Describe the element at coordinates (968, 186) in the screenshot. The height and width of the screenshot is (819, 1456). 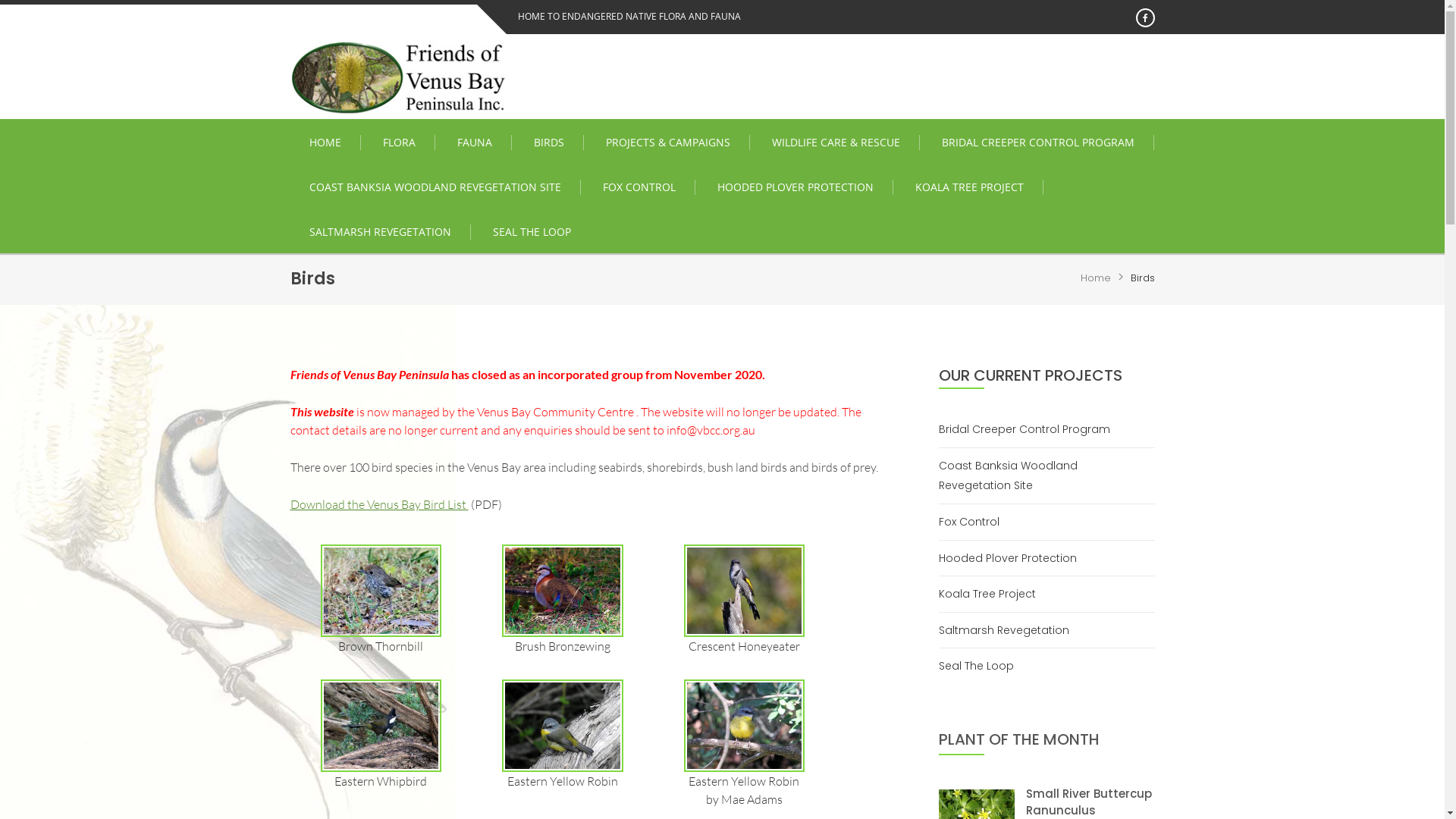
I see `'KOALA TREE PROJECT'` at that location.